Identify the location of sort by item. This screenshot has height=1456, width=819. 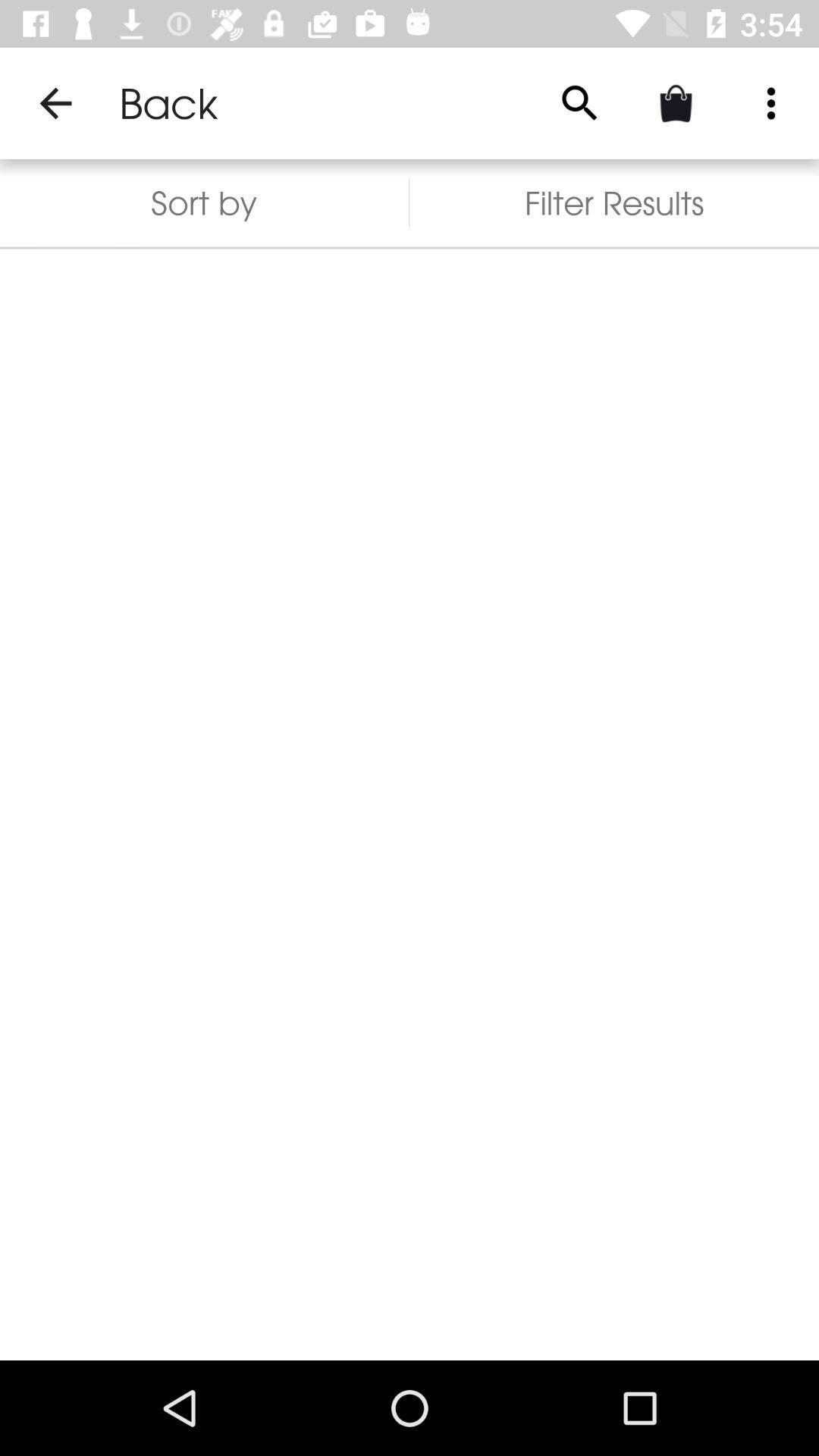
(203, 202).